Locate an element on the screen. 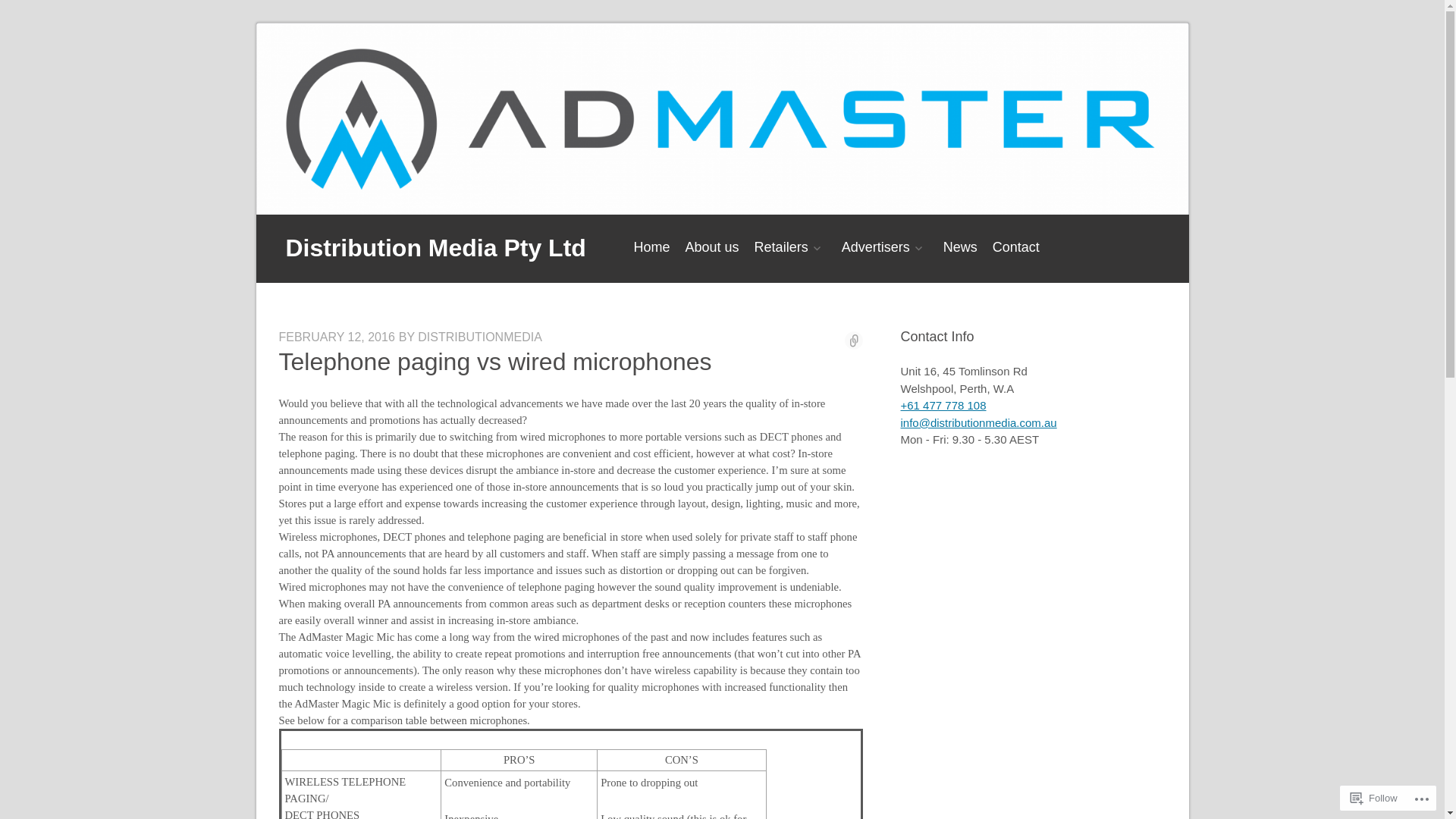 This screenshot has height=819, width=1456. 'Retailers' is located at coordinates (789, 246).